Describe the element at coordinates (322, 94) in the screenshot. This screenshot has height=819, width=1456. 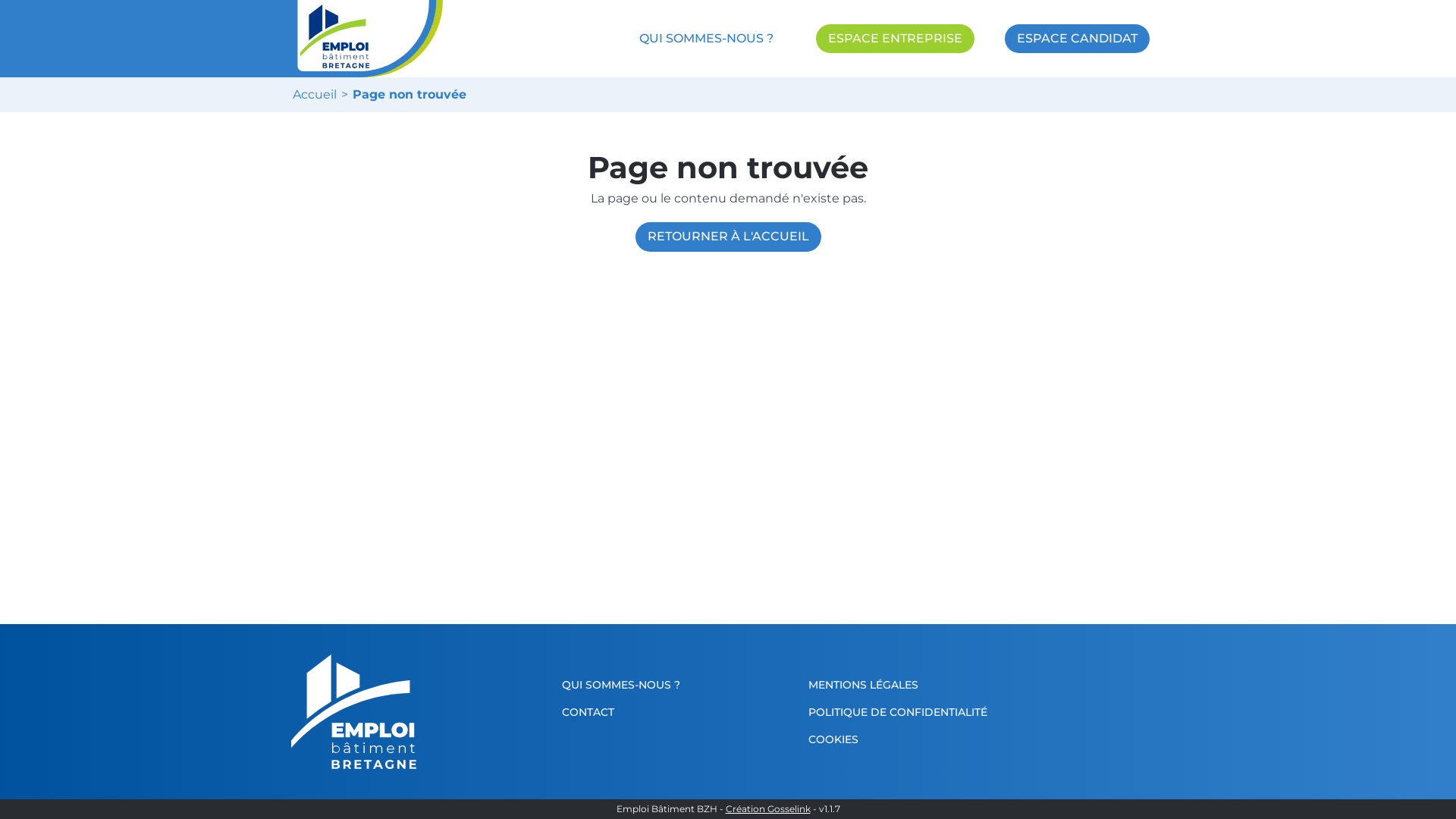
I see `'Accueil'` at that location.